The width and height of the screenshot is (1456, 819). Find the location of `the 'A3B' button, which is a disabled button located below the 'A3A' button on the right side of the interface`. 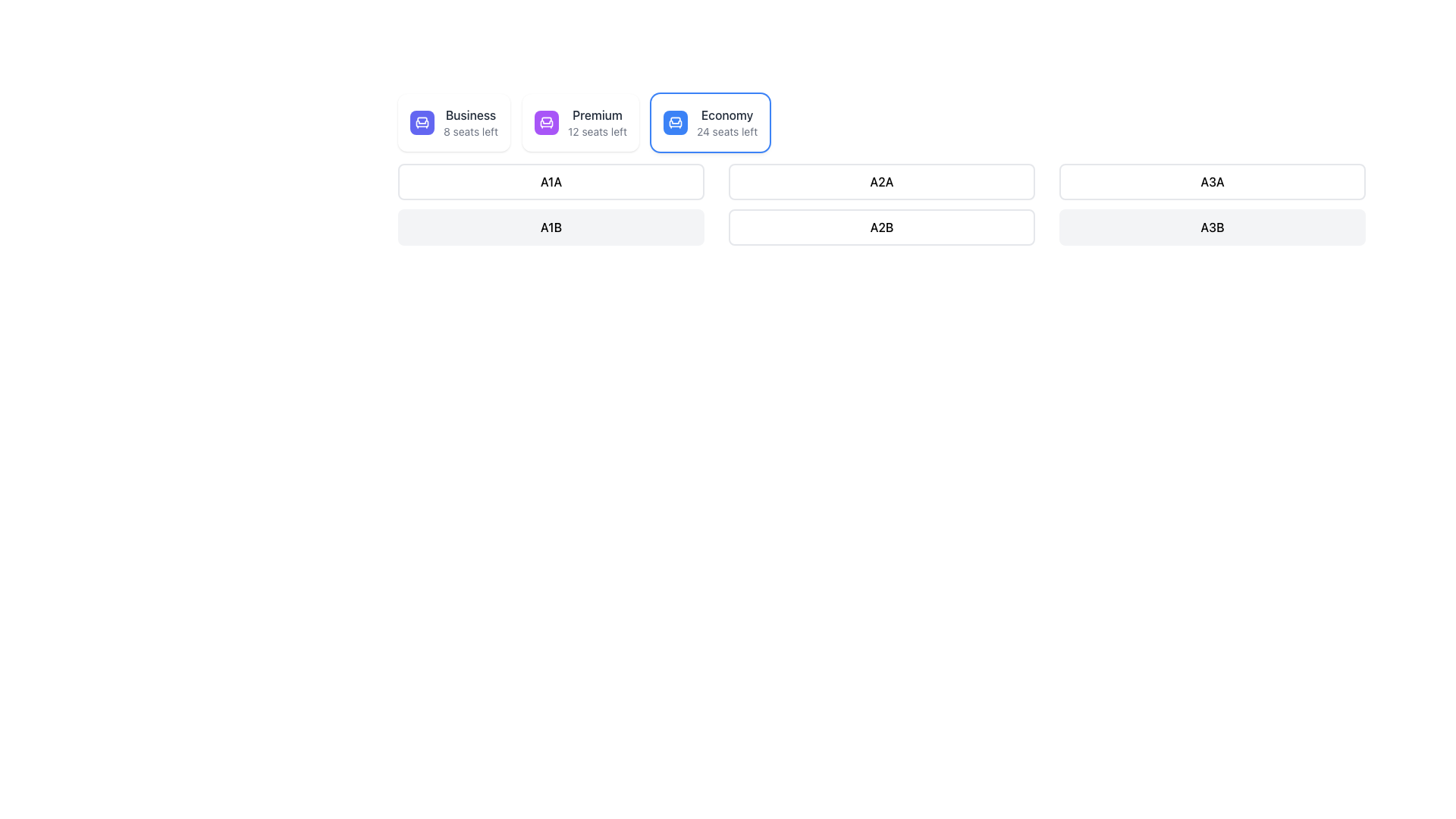

the 'A3B' button, which is a disabled button located below the 'A3A' button on the right side of the interface is located at coordinates (1211, 227).